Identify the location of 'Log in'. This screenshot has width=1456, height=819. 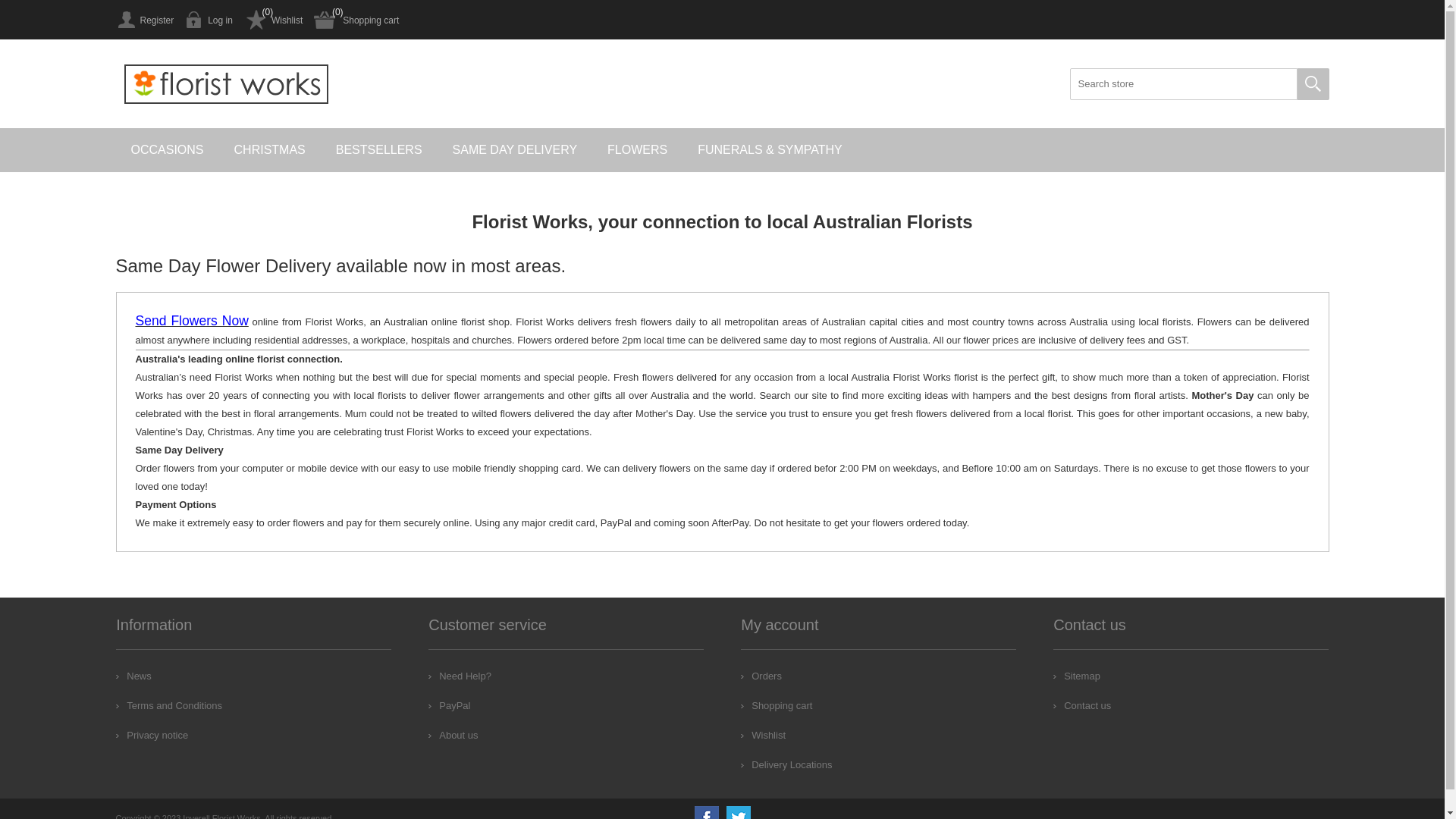
(208, 20).